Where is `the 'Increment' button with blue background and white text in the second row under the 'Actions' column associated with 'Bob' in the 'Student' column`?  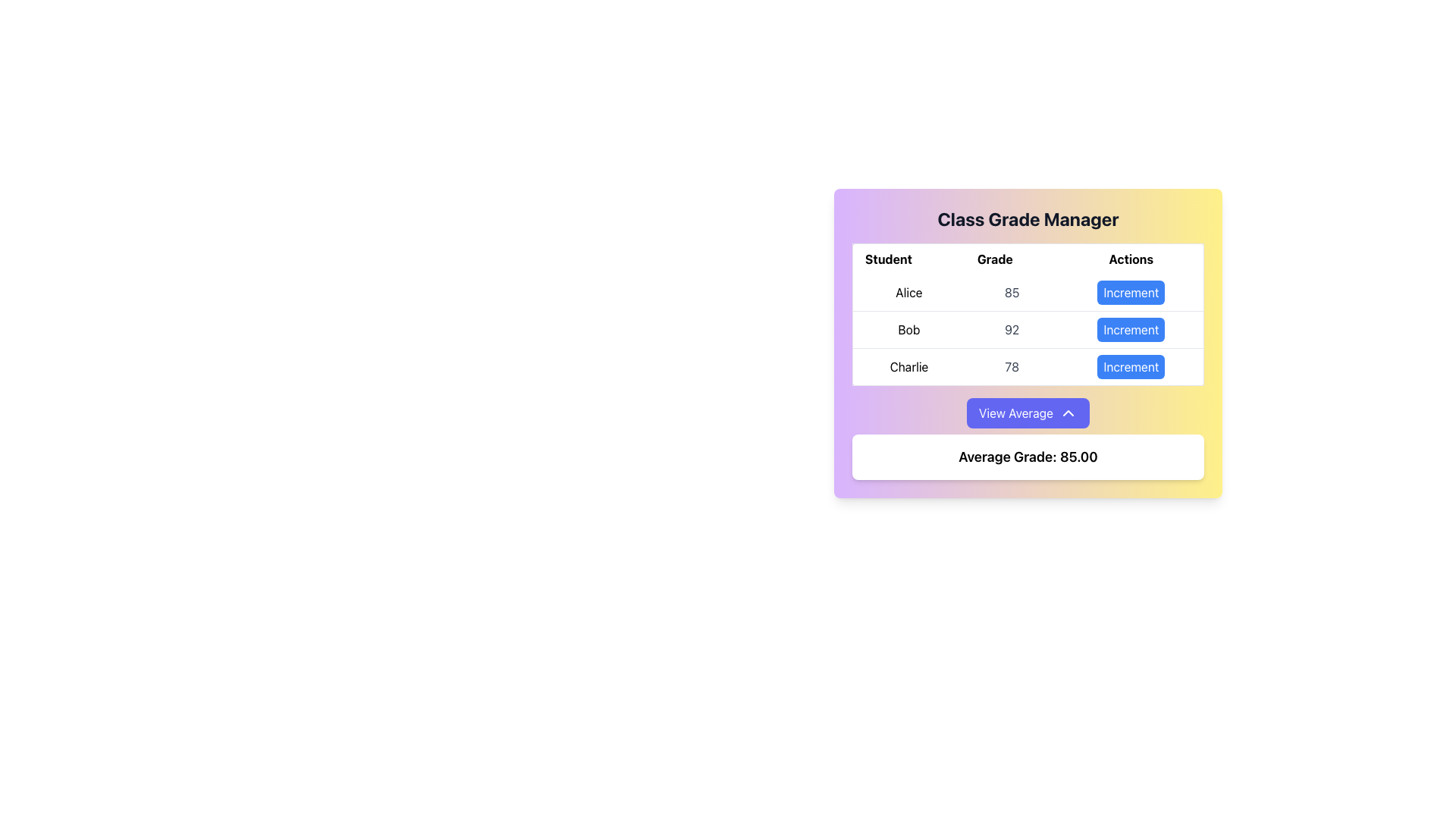 the 'Increment' button with blue background and white text in the second row under the 'Actions' column associated with 'Bob' in the 'Student' column is located at coordinates (1131, 329).